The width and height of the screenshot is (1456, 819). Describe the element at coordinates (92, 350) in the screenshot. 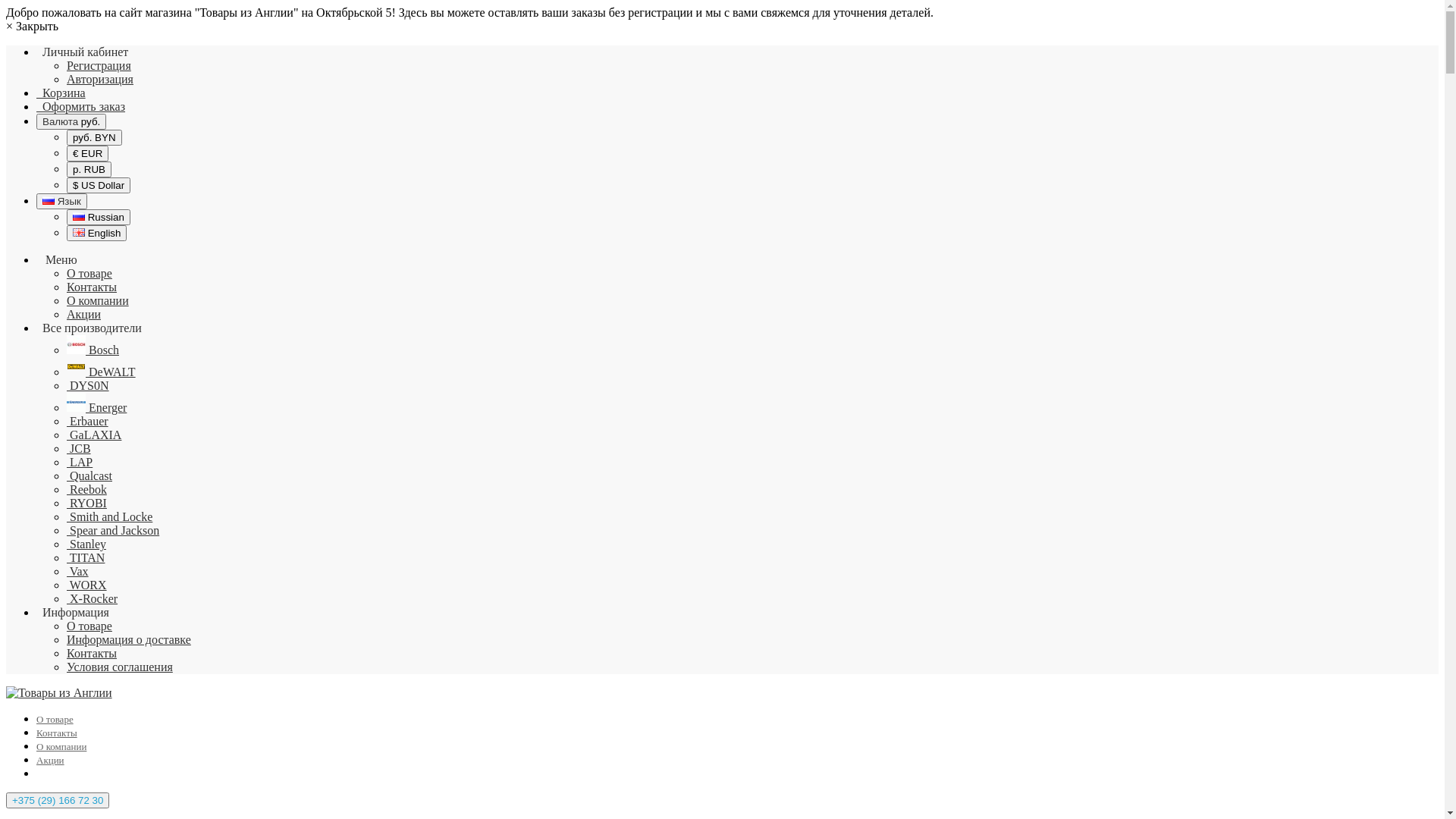

I see `'Bosch'` at that location.